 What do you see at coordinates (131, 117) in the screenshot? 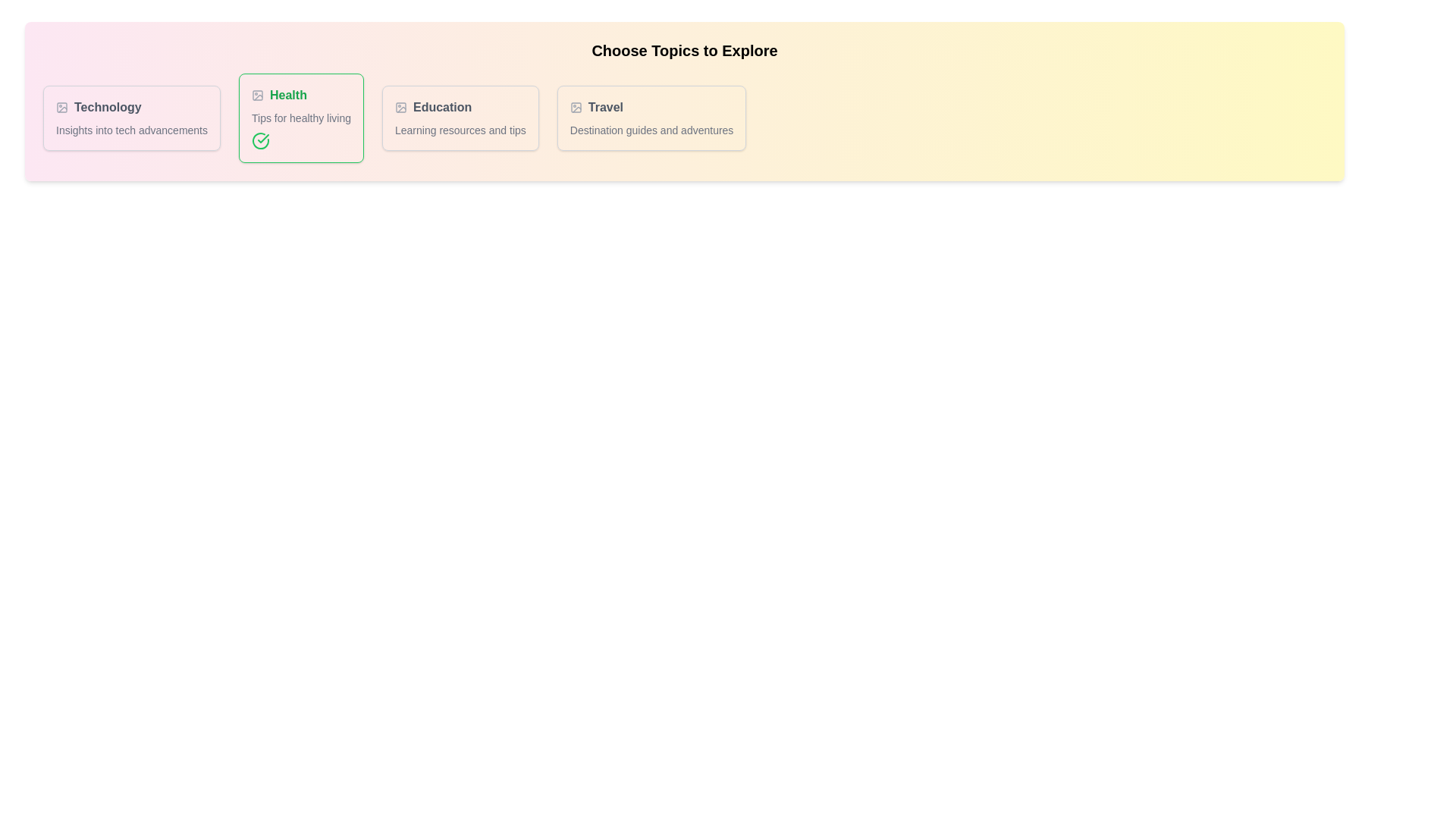
I see `the tag named Technology to toggle its active state` at bounding box center [131, 117].